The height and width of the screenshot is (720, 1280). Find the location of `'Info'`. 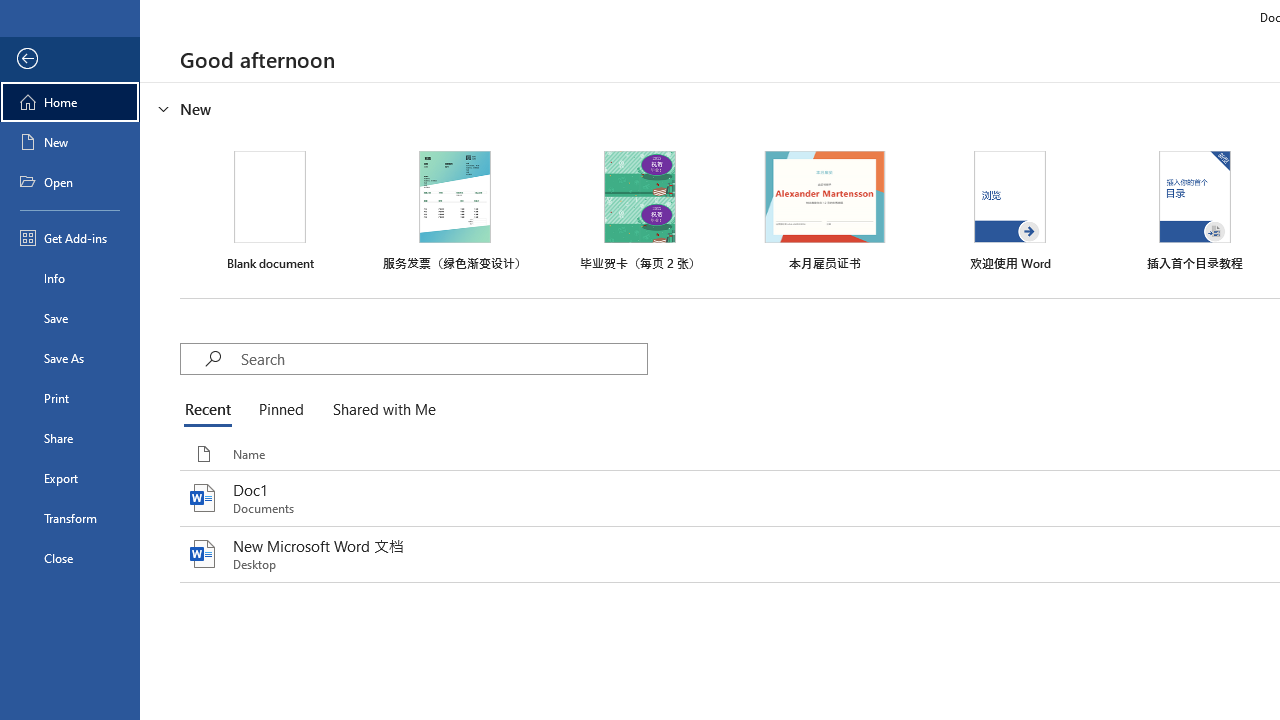

'Info' is located at coordinates (69, 277).